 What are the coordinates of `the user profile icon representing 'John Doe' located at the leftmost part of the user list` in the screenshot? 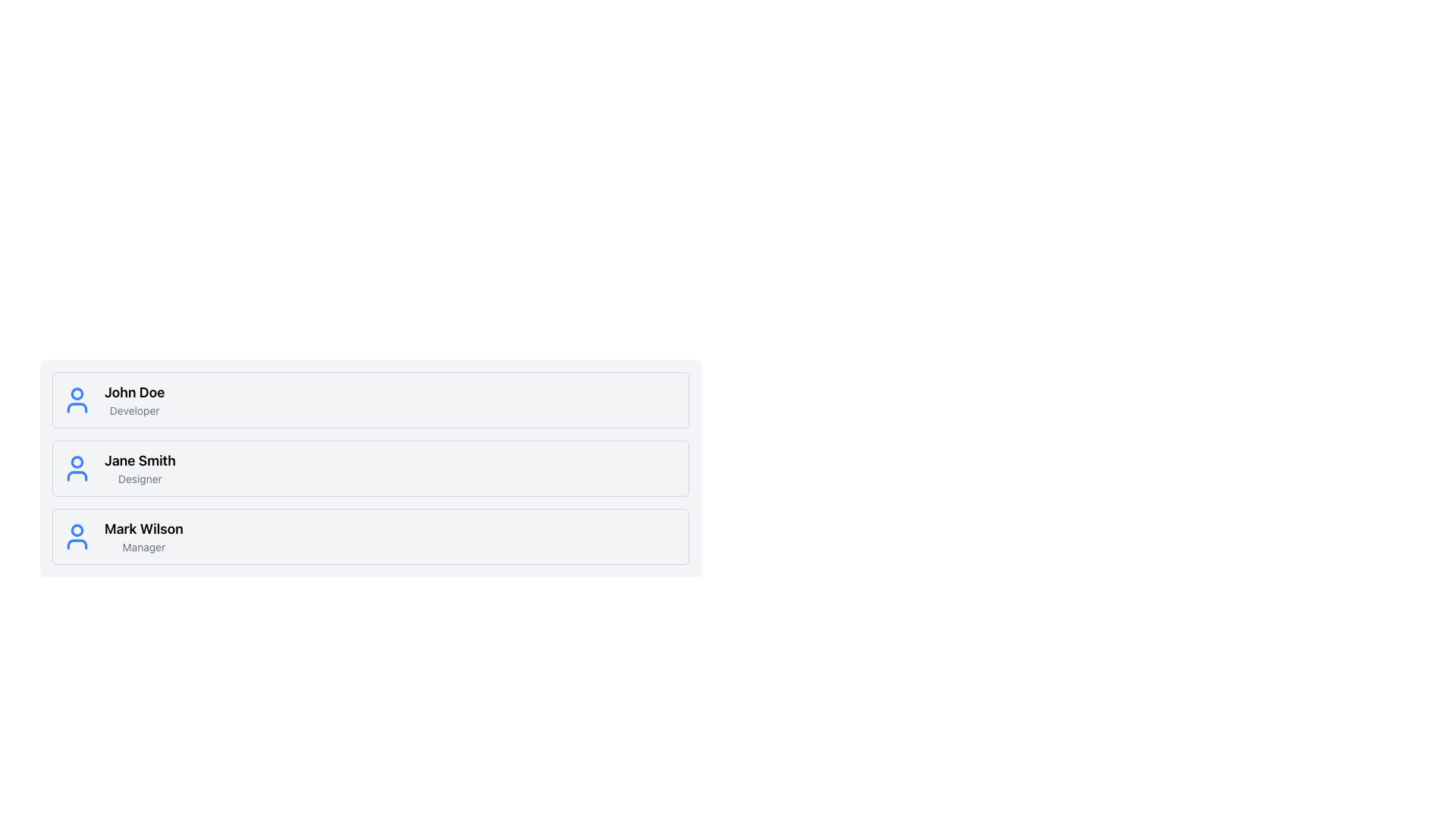 It's located at (76, 400).